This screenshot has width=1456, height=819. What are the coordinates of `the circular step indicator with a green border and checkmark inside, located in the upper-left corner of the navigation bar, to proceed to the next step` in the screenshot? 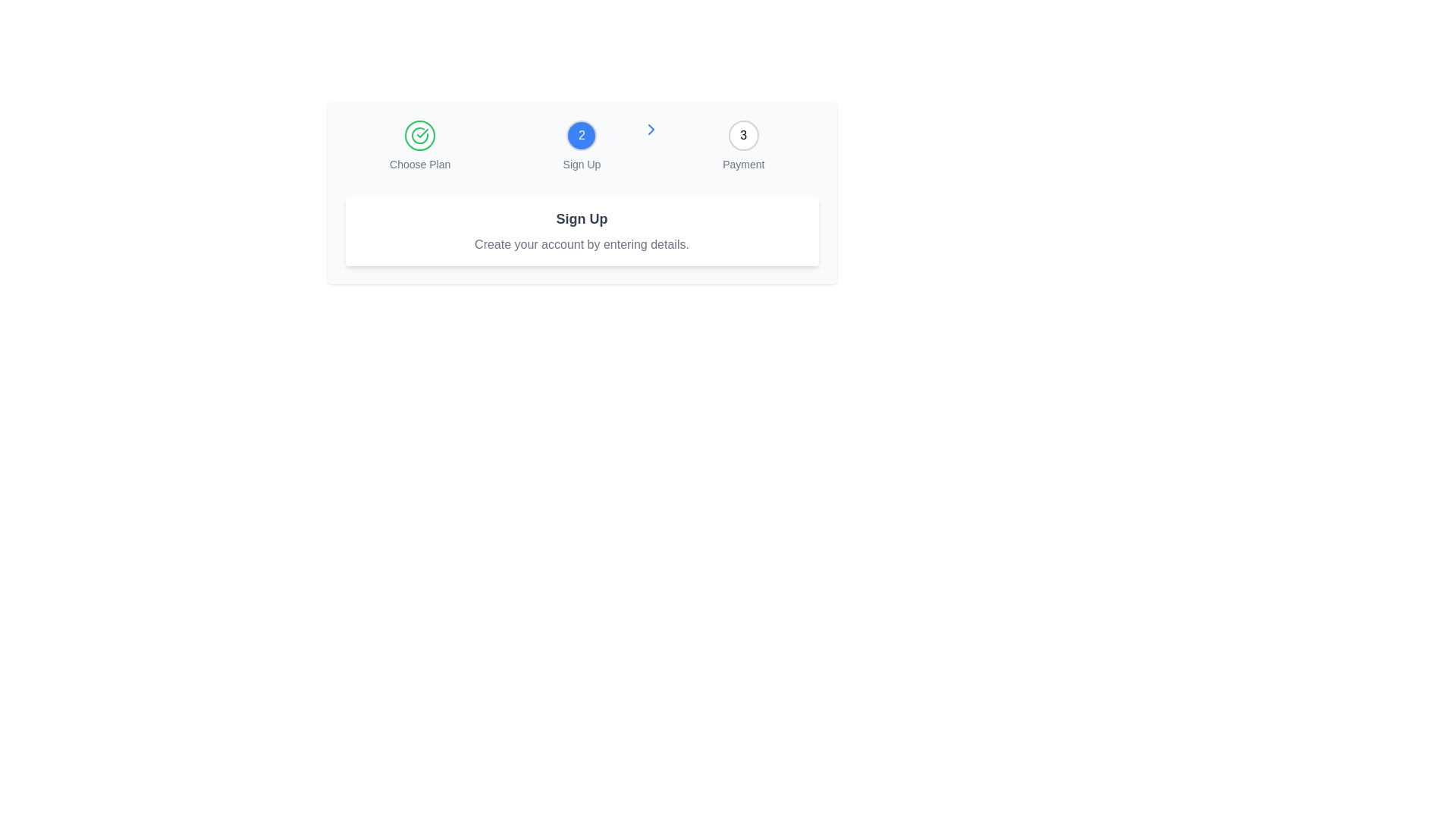 It's located at (420, 134).